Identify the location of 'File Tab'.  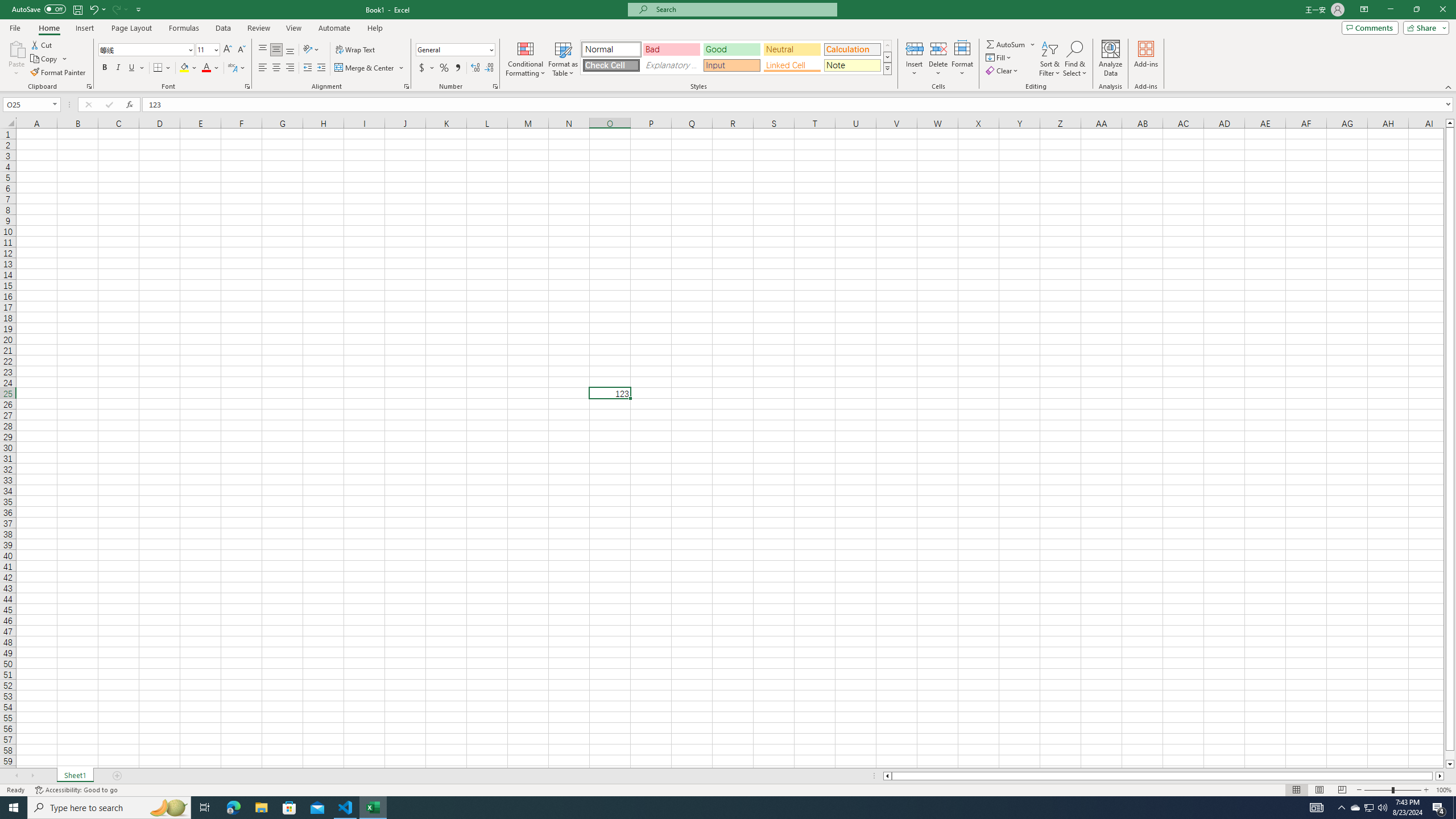
(14, 27).